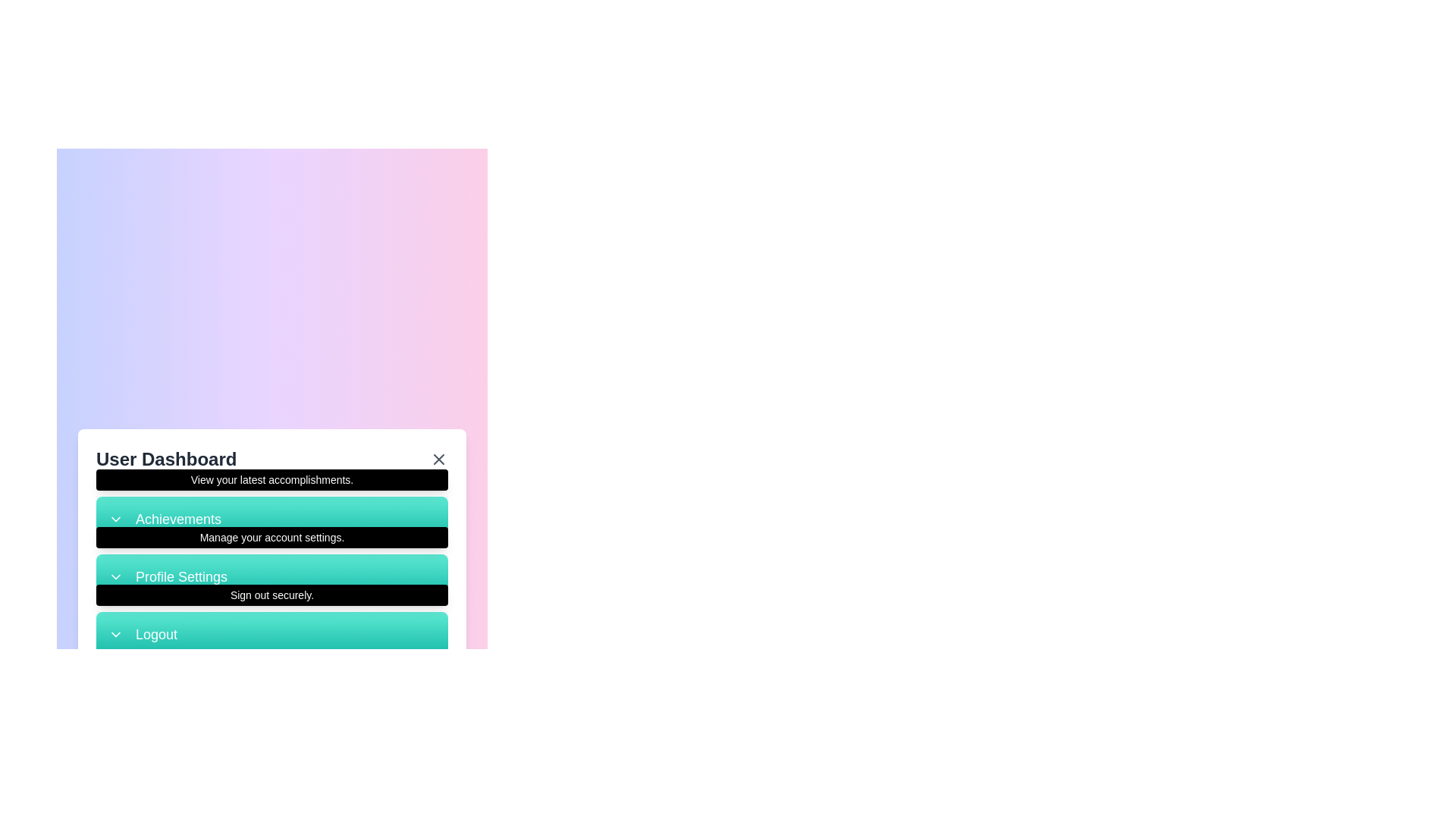  I want to click on the 'Logout' text label, which is displayed in white bold font within a greenish-cyan rectangular area at the bottom of the vertical list menu, so click(156, 634).